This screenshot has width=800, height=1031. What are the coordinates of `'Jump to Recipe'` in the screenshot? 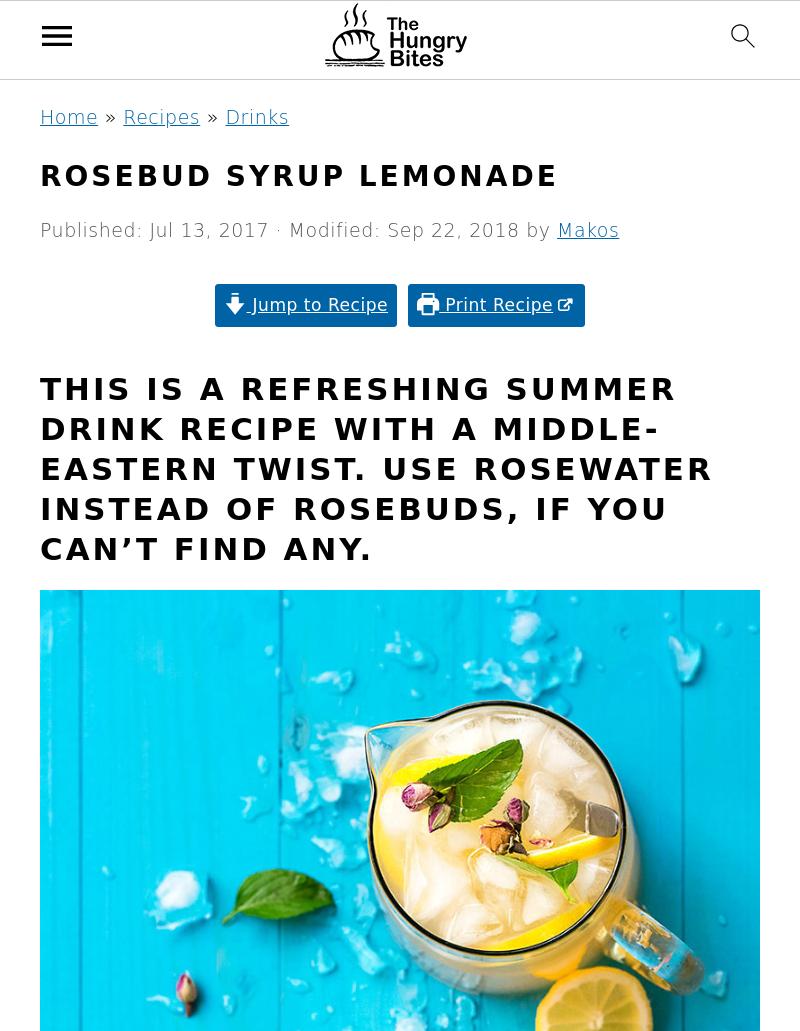 It's located at (245, 304).